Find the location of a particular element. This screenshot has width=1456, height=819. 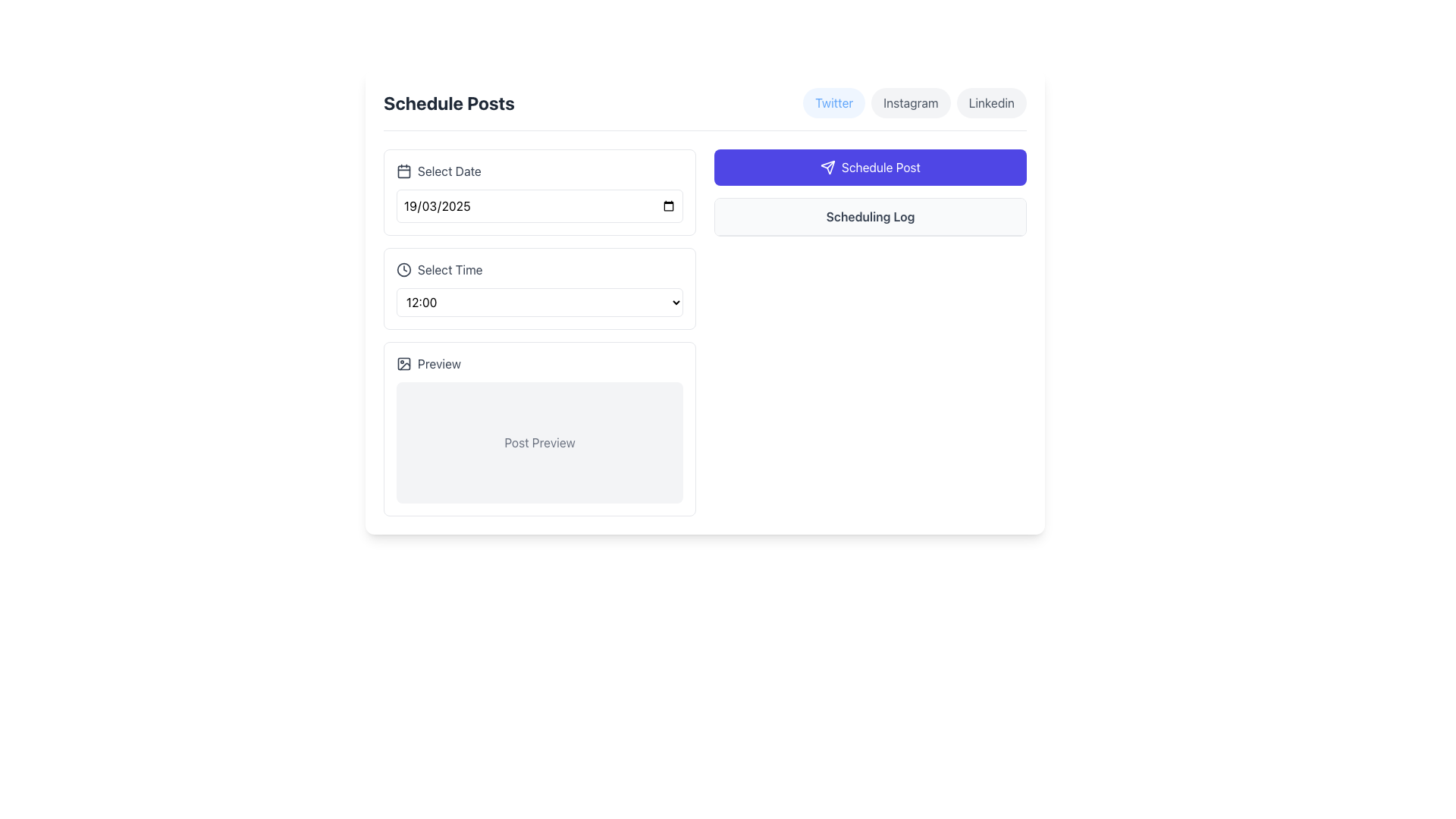

the rounded rectangle icon associated with the 'Select Date' input field is located at coordinates (403, 171).